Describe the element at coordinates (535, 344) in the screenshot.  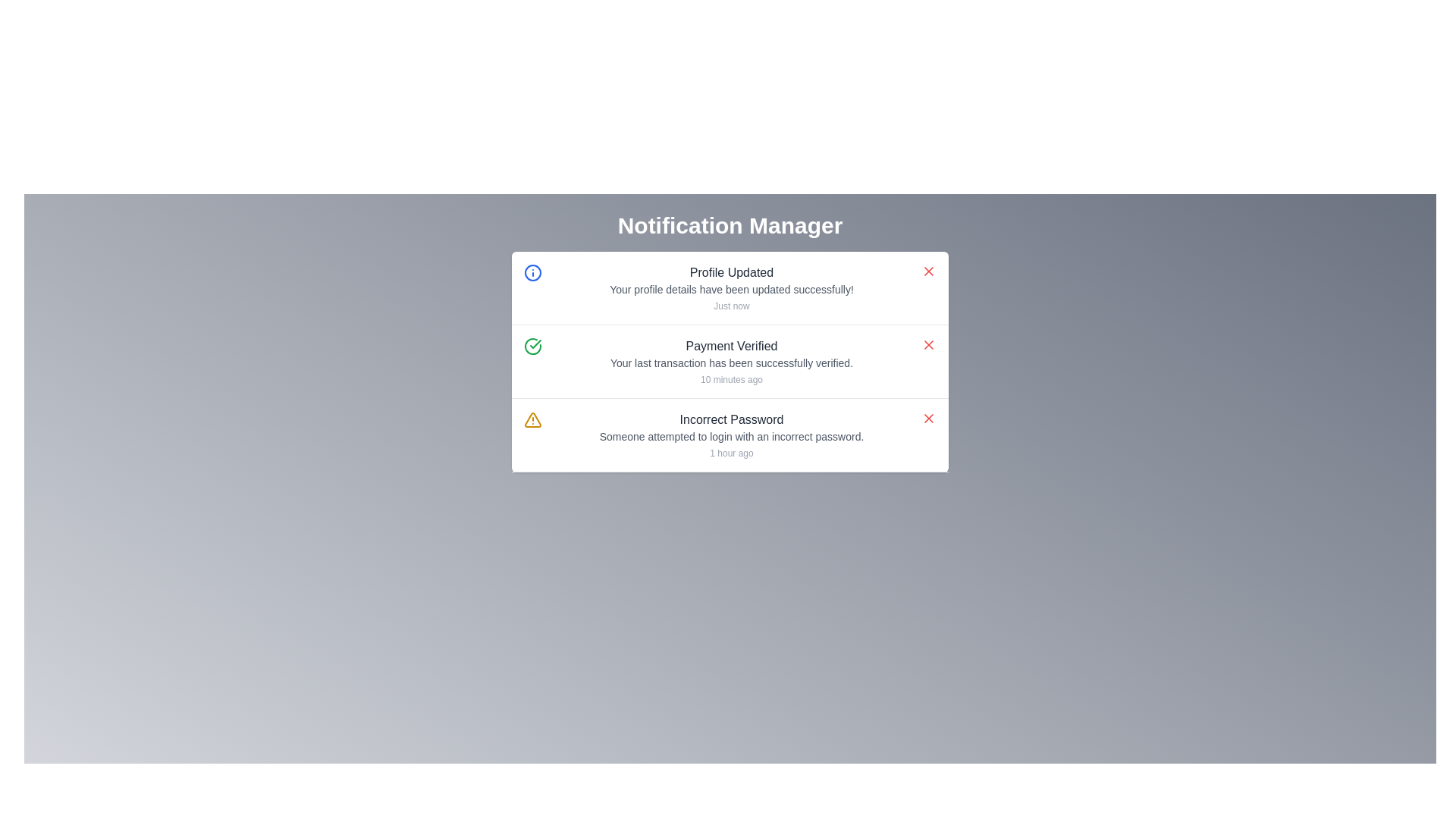
I see `the green checkmark icon indicating 'Payment Verified' in the notification panel` at that location.